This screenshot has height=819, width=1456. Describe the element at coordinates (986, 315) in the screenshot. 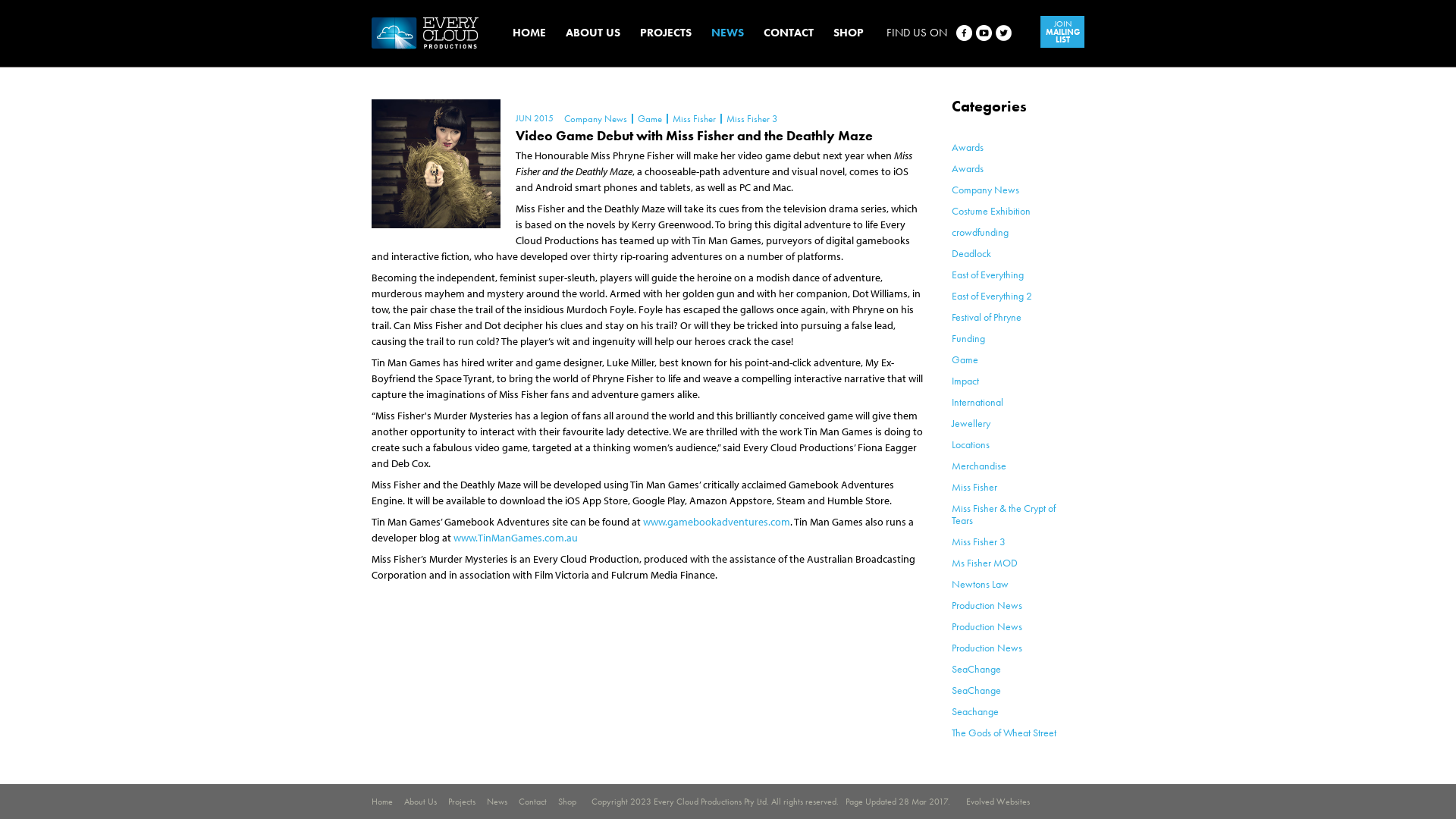

I see `'Festival of Phryne'` at that location.